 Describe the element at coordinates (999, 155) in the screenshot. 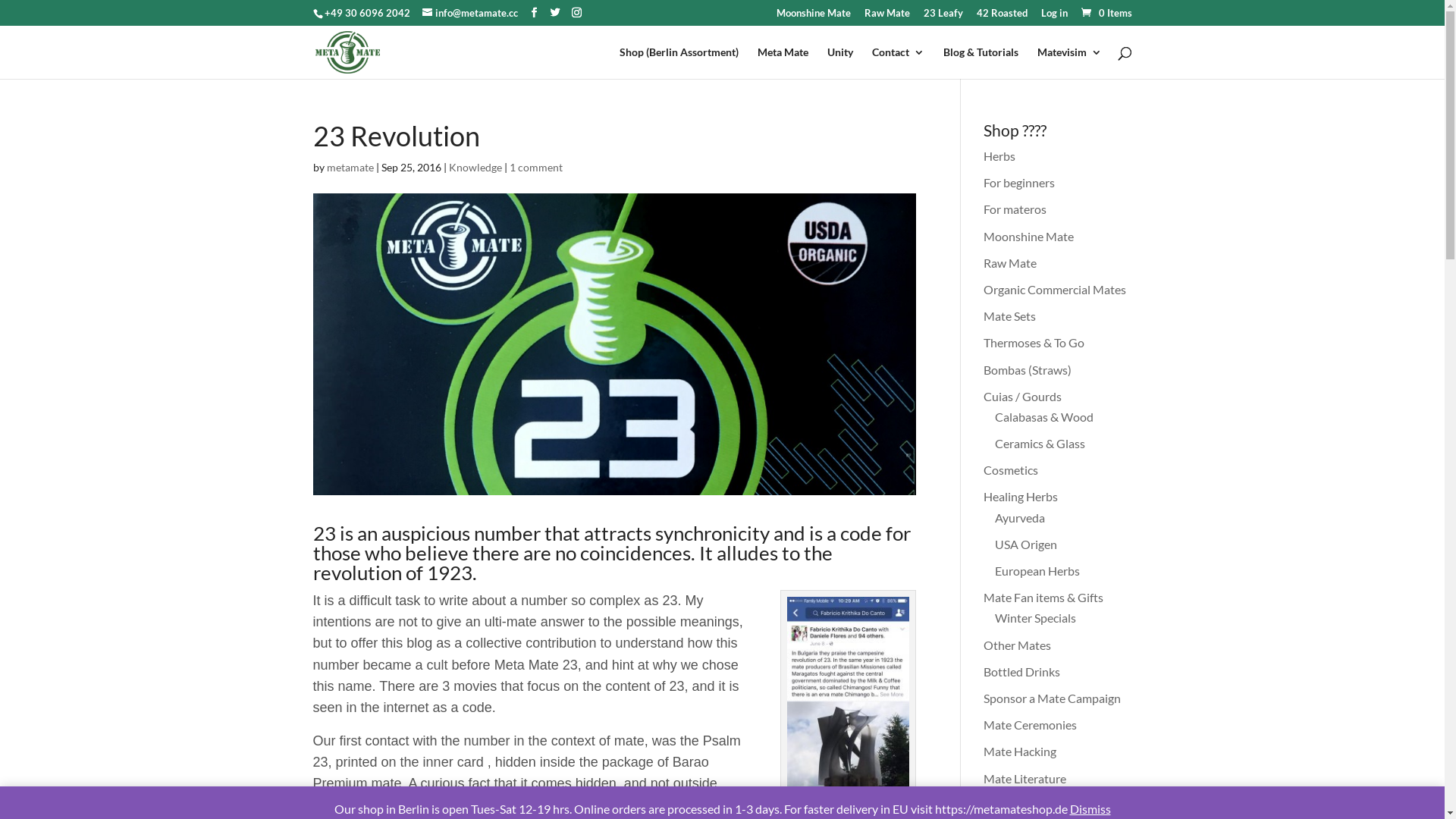

I see `'Herbs'` at that location.